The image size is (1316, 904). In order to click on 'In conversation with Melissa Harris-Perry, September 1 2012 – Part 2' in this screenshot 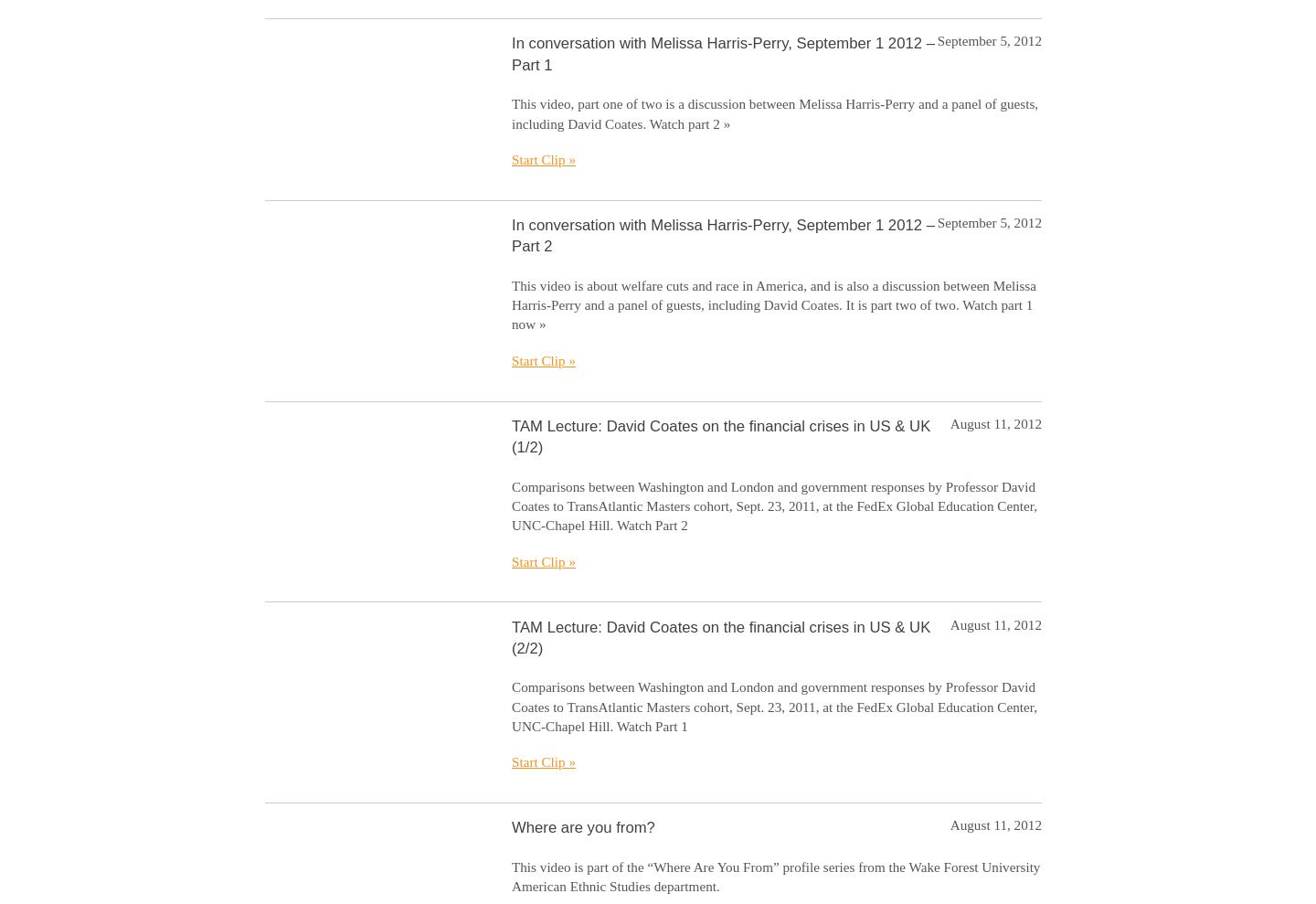, I will do `click(512, 234)`.